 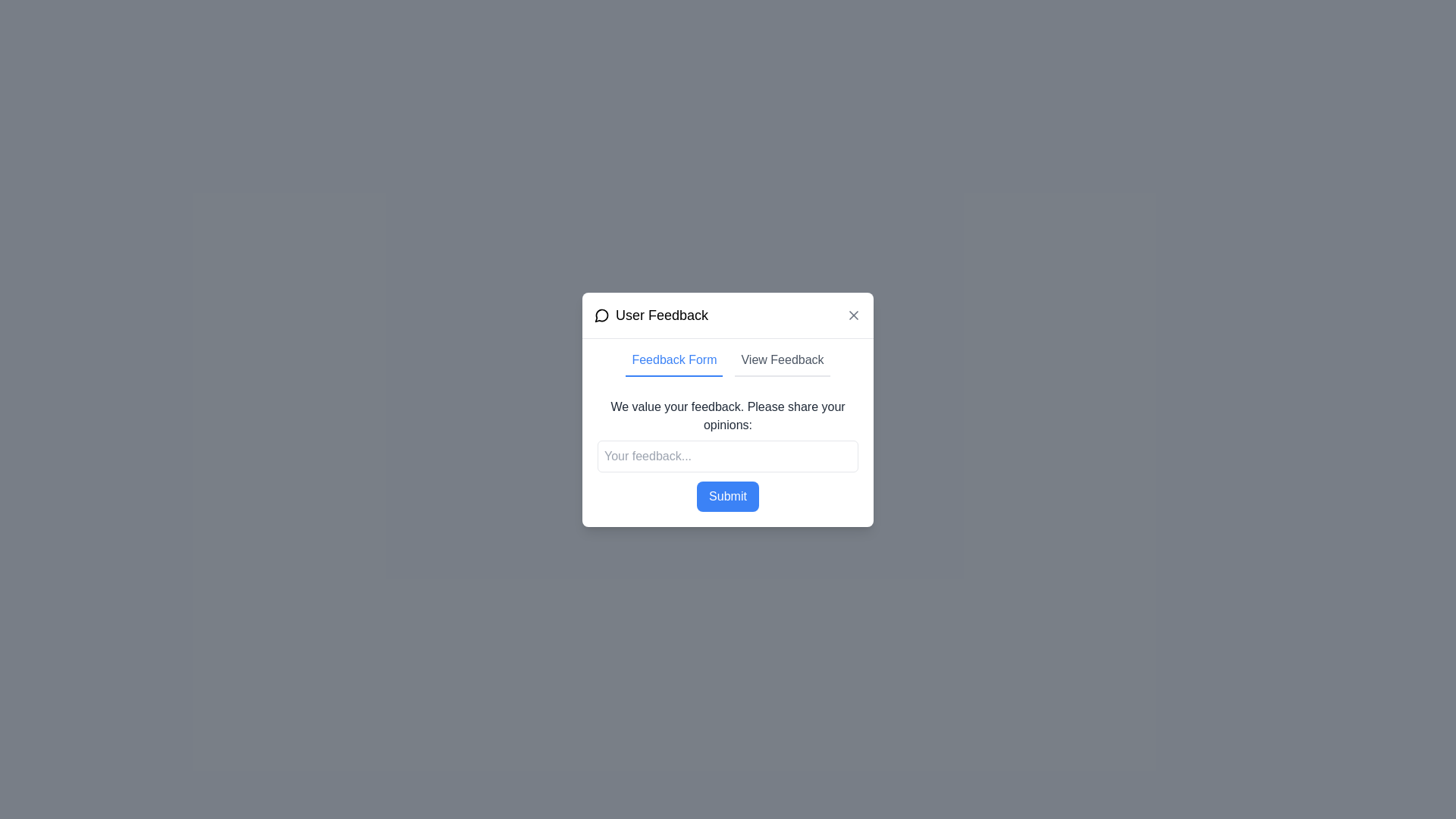 What do you see at coordinates (854, 314) in the screenshot?
I see `the Close button located in the top-right corner of the 'User Feedback' modal dialog` at bounding box center [854, 314].